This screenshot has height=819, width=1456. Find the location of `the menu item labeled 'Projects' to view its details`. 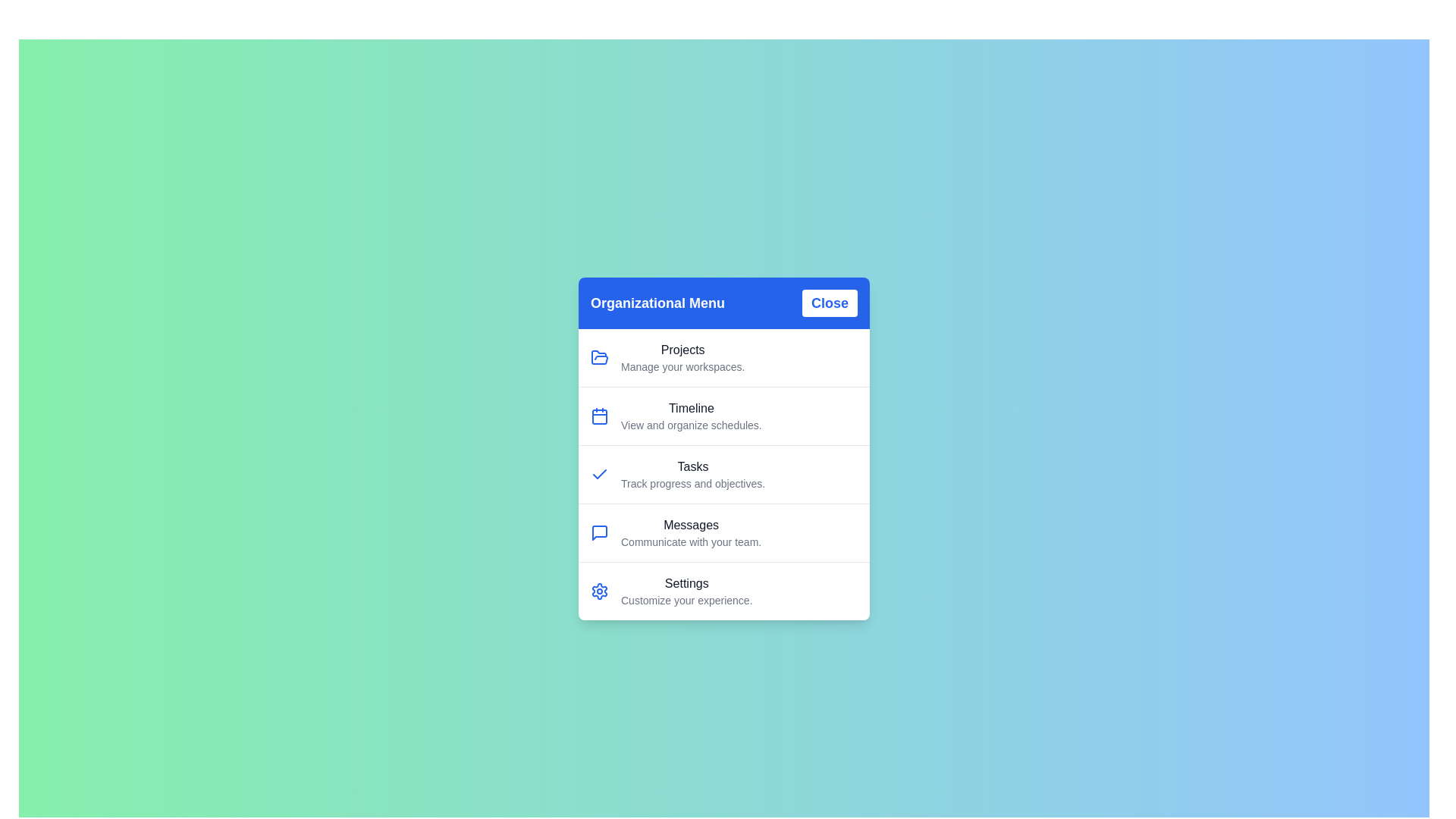

the menu item labeled 'Projects' to view its details is located at coordinates (682, 357).